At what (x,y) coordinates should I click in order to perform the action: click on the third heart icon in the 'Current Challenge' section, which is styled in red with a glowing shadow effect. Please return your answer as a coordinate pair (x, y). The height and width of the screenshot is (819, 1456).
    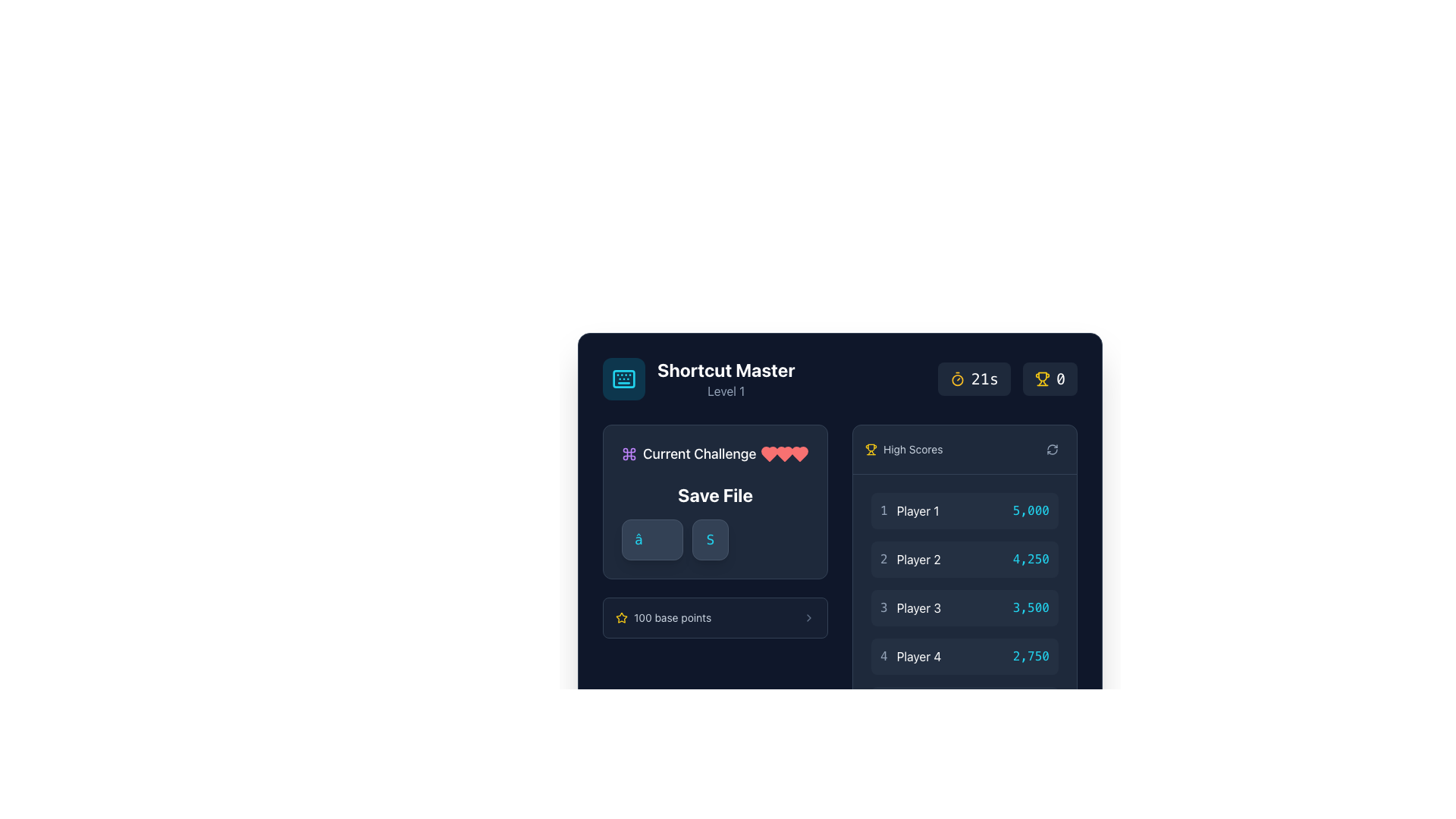
    Looking at the image, I should click on (769, 453).